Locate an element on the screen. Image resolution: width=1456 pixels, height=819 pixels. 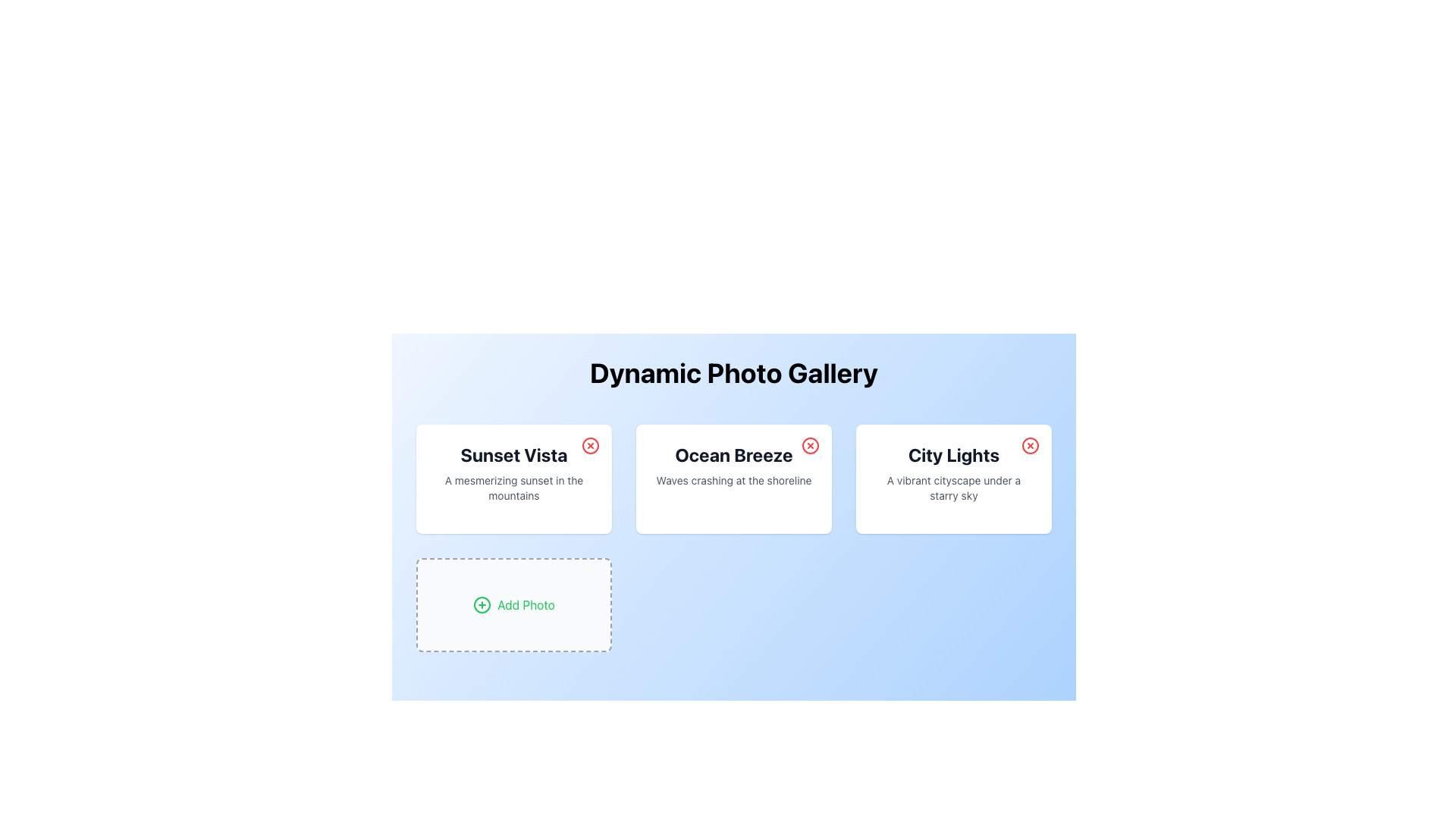
the text label displaying 'Sunset Vista', which serves as the primary identifier for the card located at the top portion of a white card is located at coordinates (513, 454).